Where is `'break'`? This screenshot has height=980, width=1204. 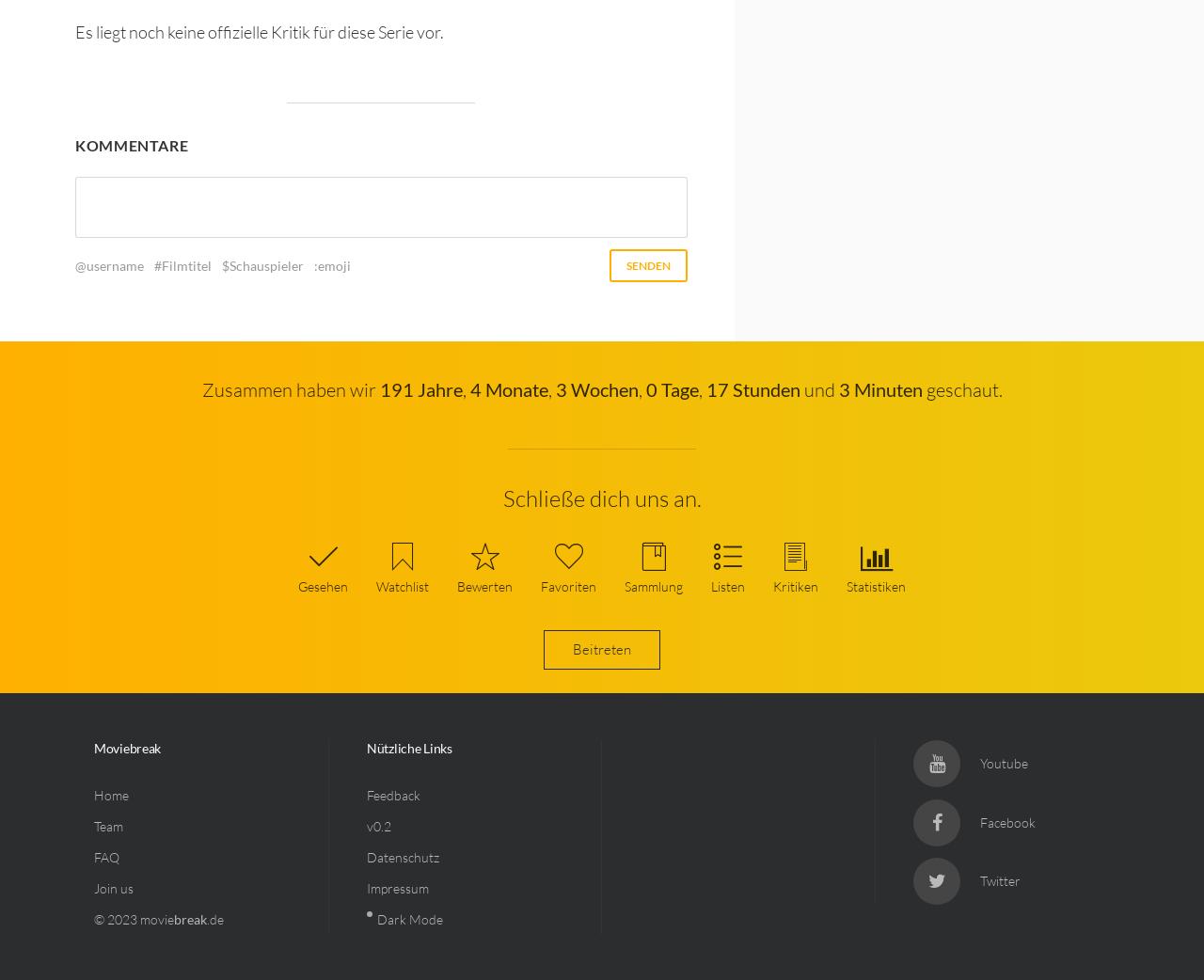 'break' is located at coordinates (190, 919).